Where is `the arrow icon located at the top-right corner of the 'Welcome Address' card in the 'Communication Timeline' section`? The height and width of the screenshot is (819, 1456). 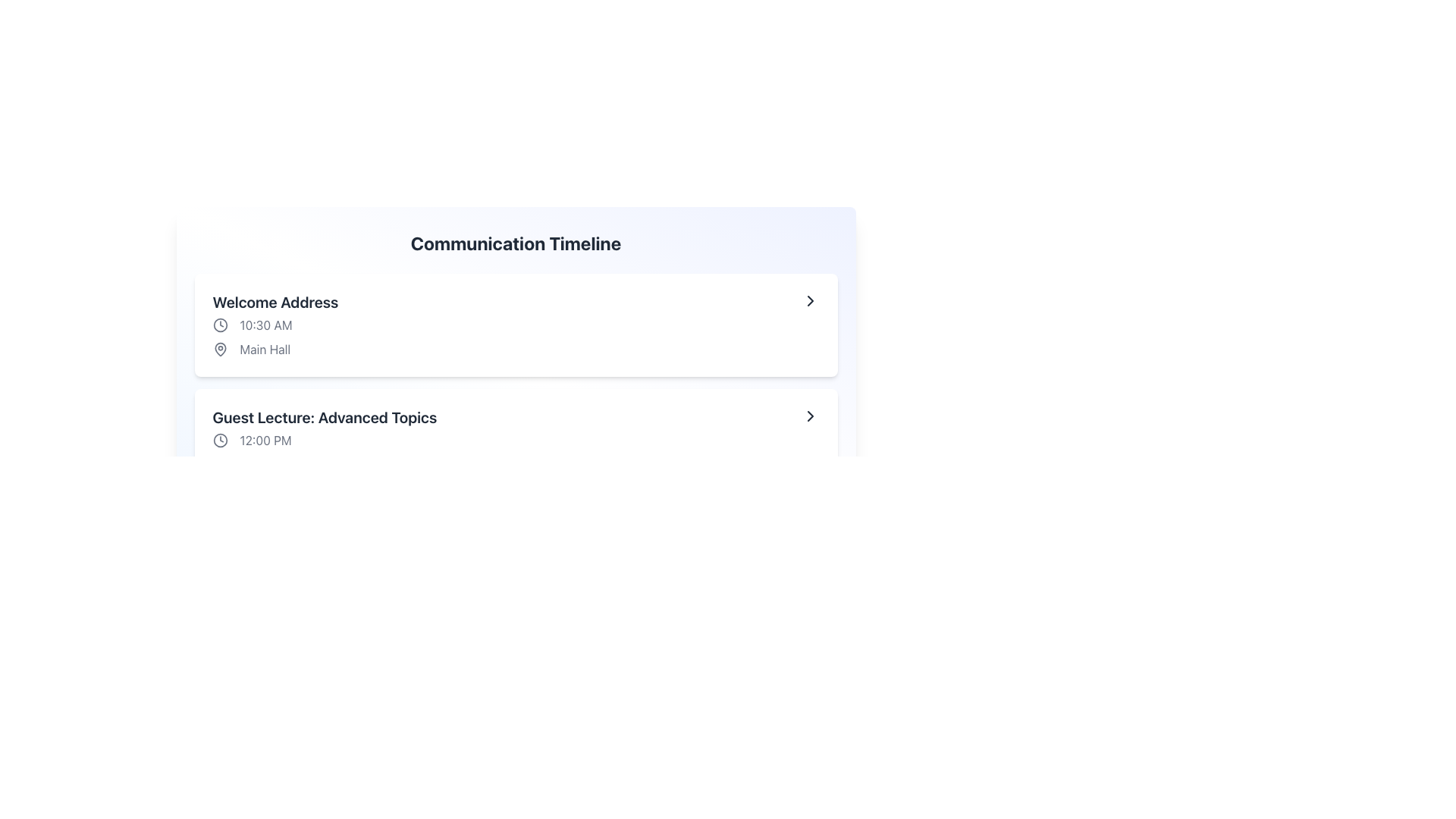 the arrow icon located at the top-right corner of the 'Welcome Address' card in the 'Communication Timeline' section is located at coordinates (809, 301).